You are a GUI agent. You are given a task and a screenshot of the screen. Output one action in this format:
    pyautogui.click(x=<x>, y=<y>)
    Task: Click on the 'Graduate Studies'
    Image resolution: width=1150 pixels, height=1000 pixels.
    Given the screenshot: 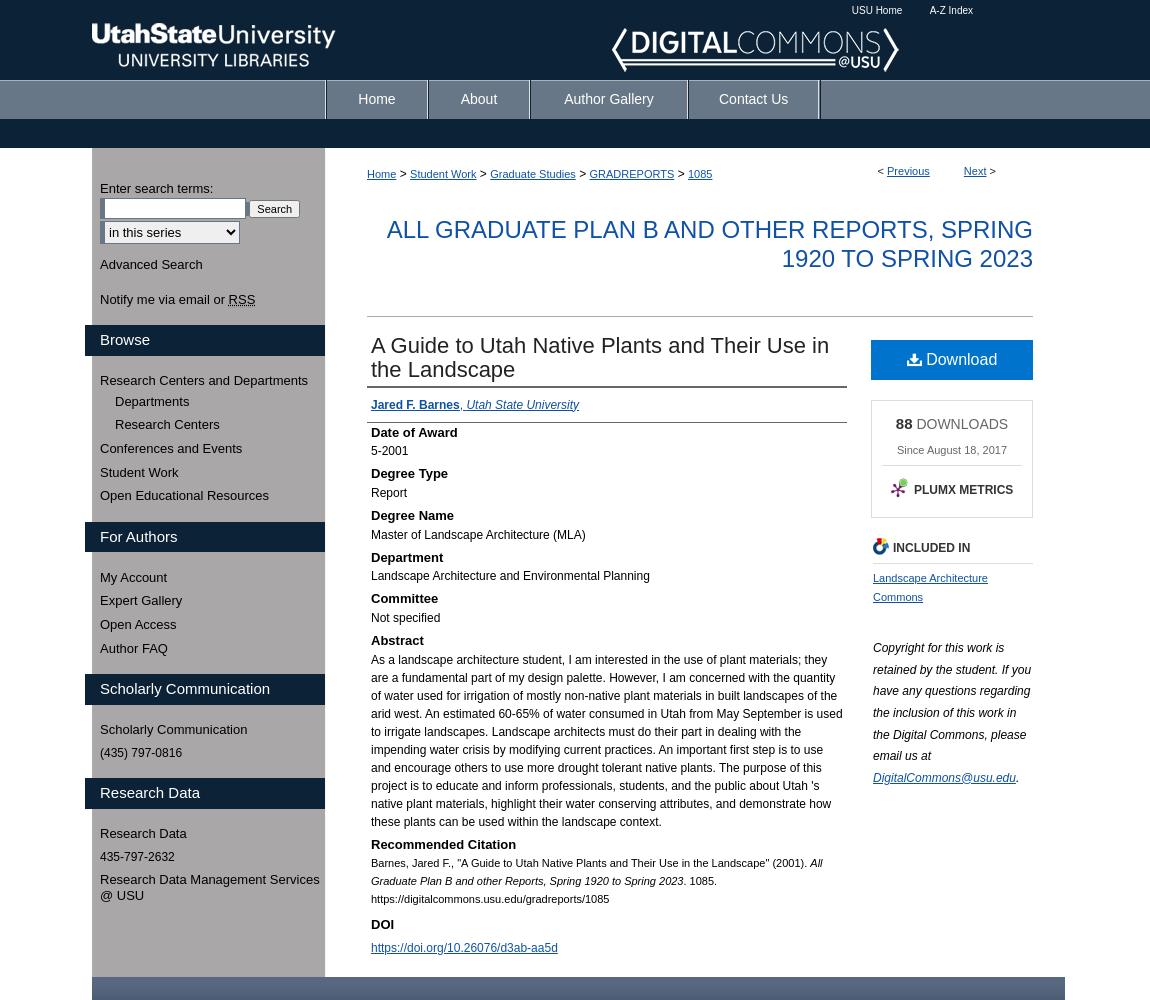 What is the action you would take?
    pyautogui.click(x=532, y=174)
    